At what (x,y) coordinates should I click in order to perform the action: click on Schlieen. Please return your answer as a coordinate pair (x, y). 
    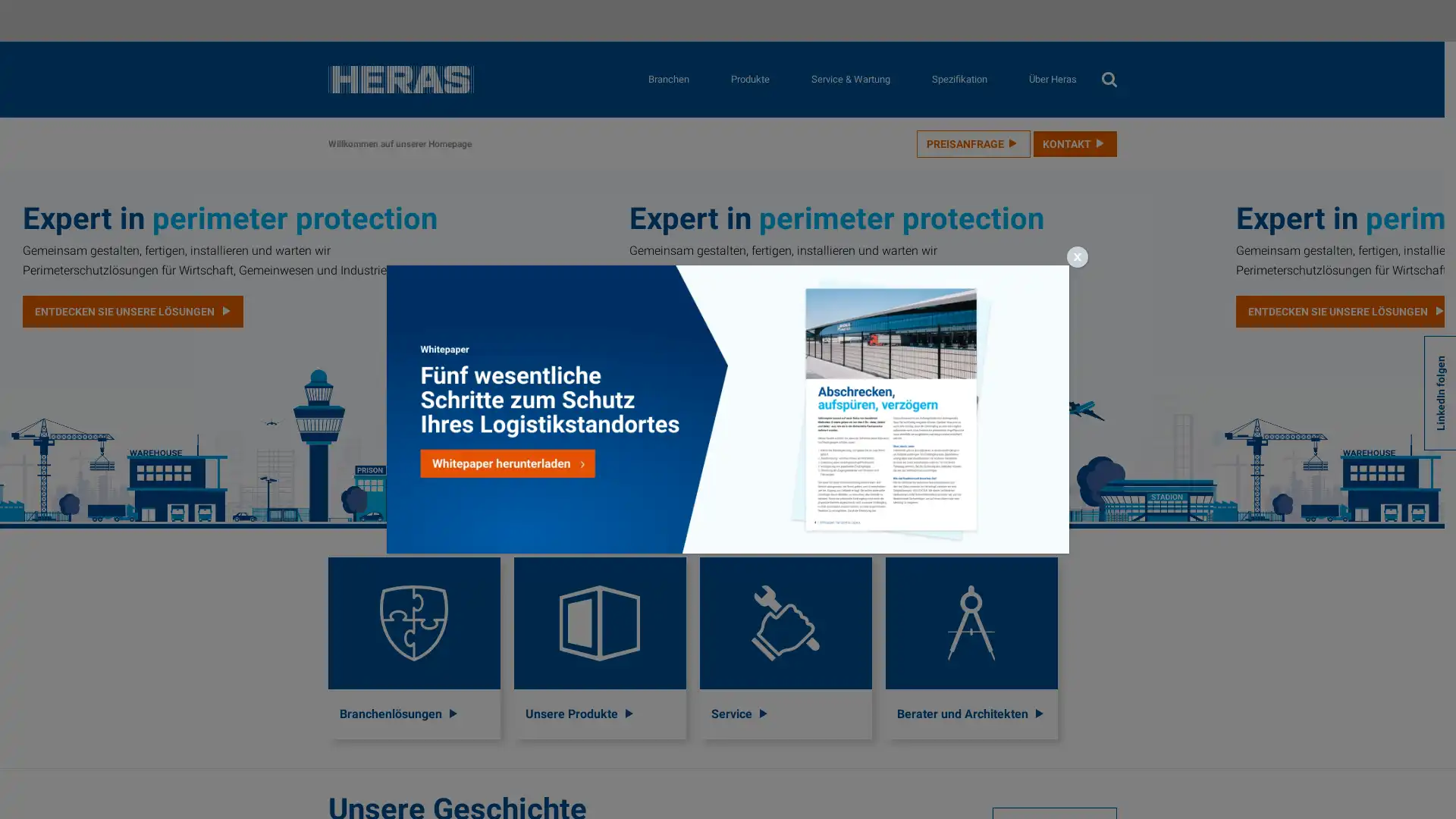
    Looking at the image, I should click on (1076, 256).